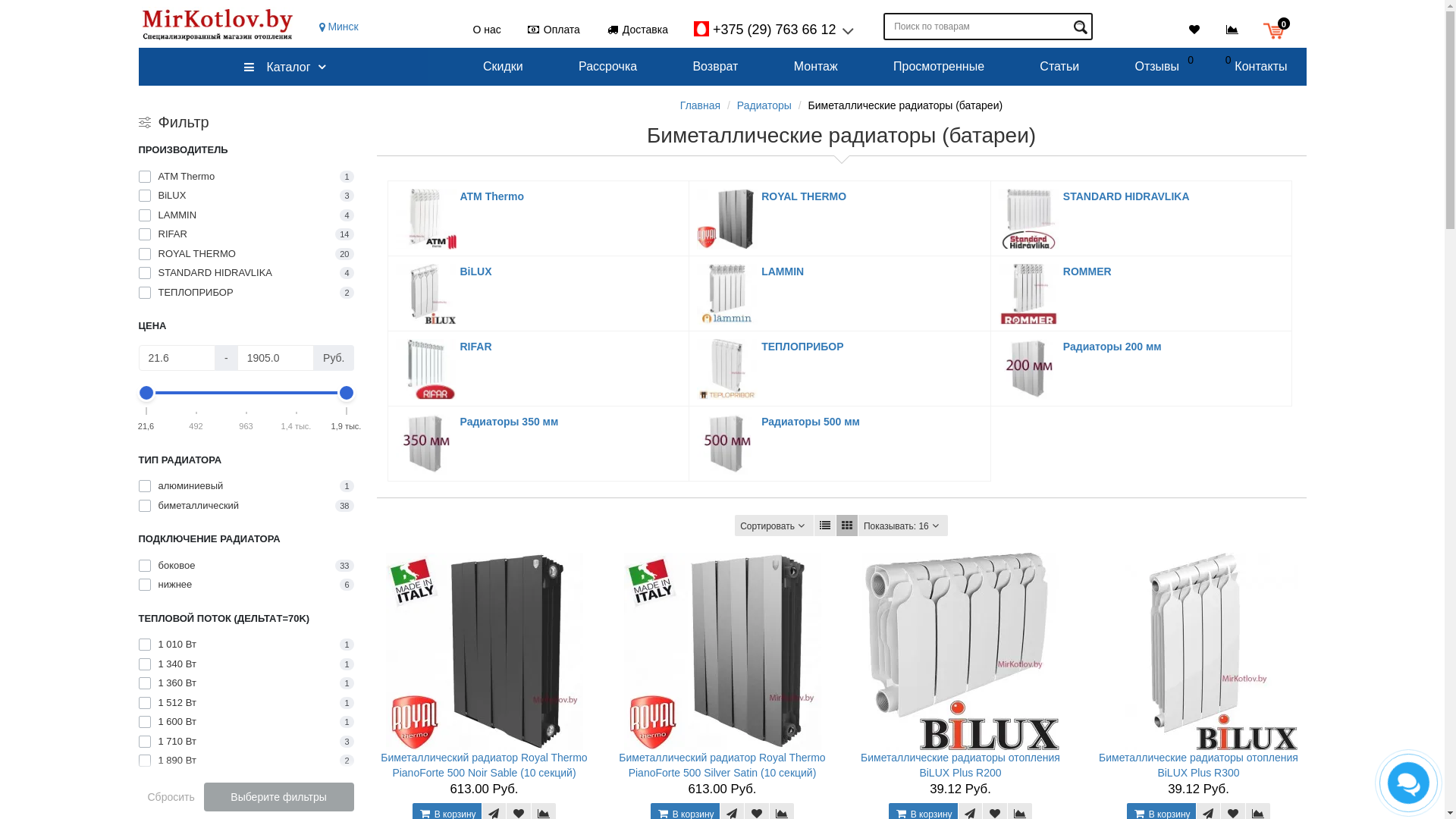  Describe the element at coordinates (1087, 271) in the screenshot. I see `'ROMMER'` at that location.